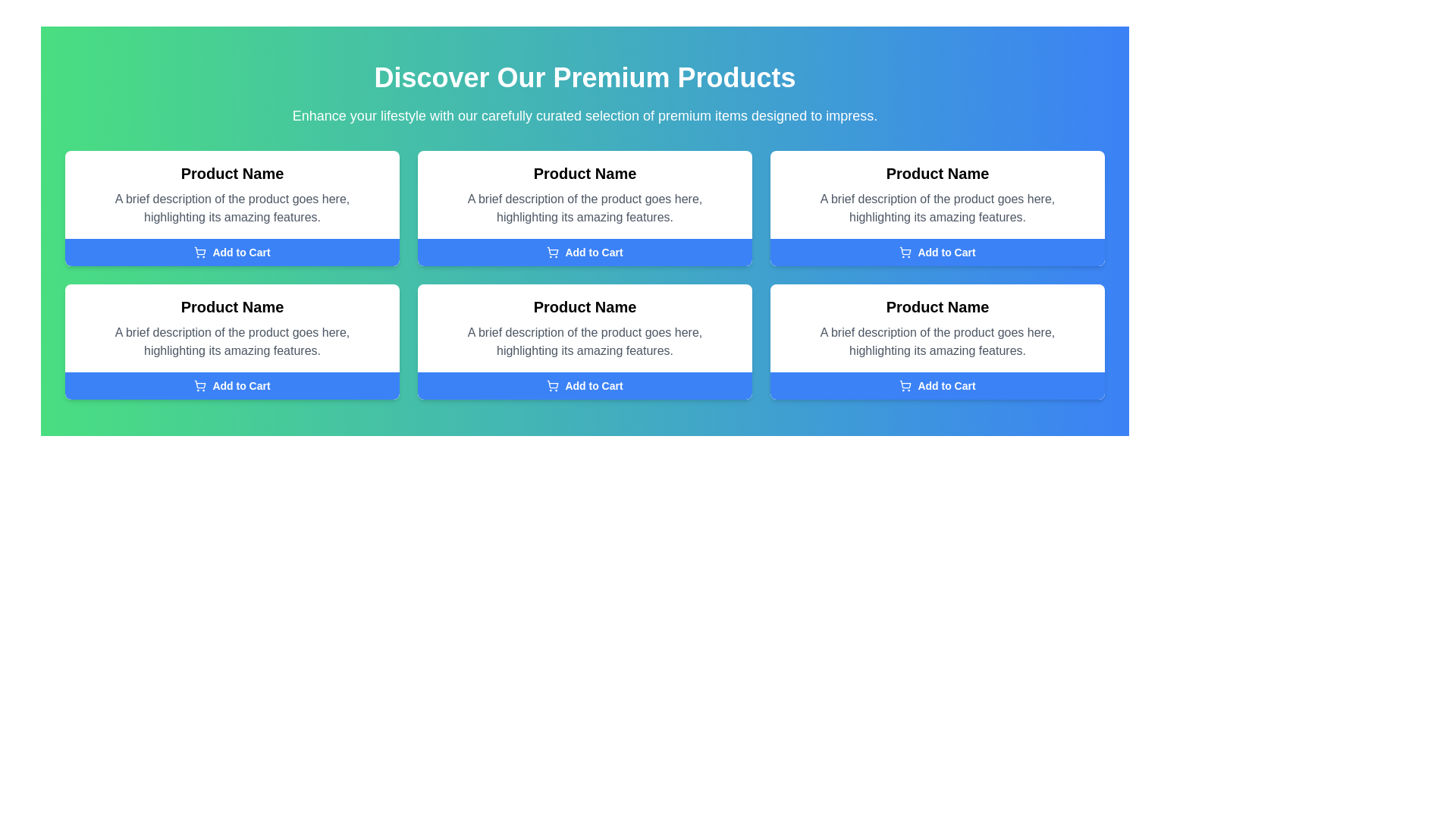  Describe the element at coordinates (937, 194) in the screenshot. I see `product details displayed in the informational text block located at the top-right of the six featured product cards` at that location.